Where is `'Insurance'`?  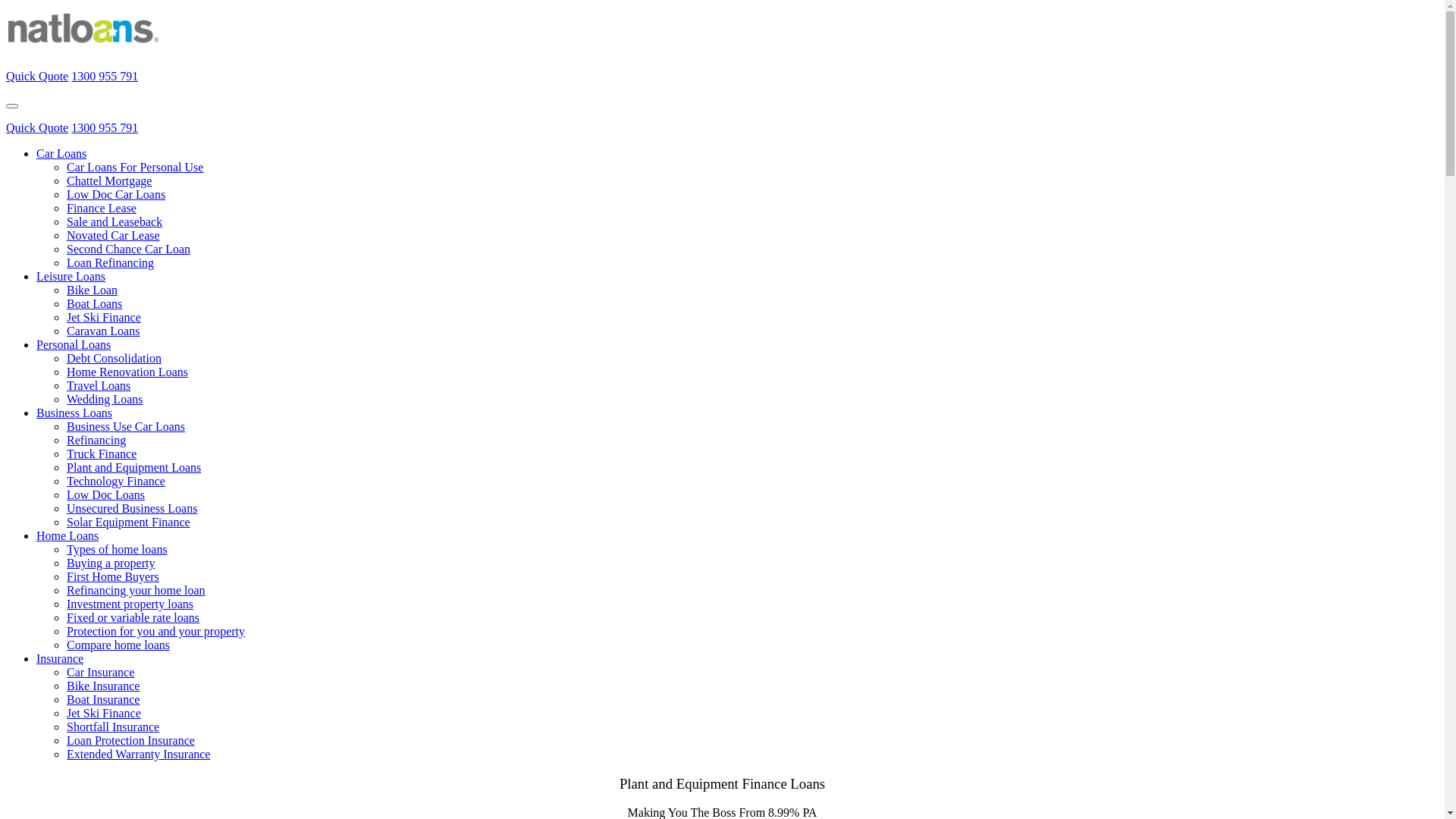 'Insurance' is located at coordinates (59, 657).